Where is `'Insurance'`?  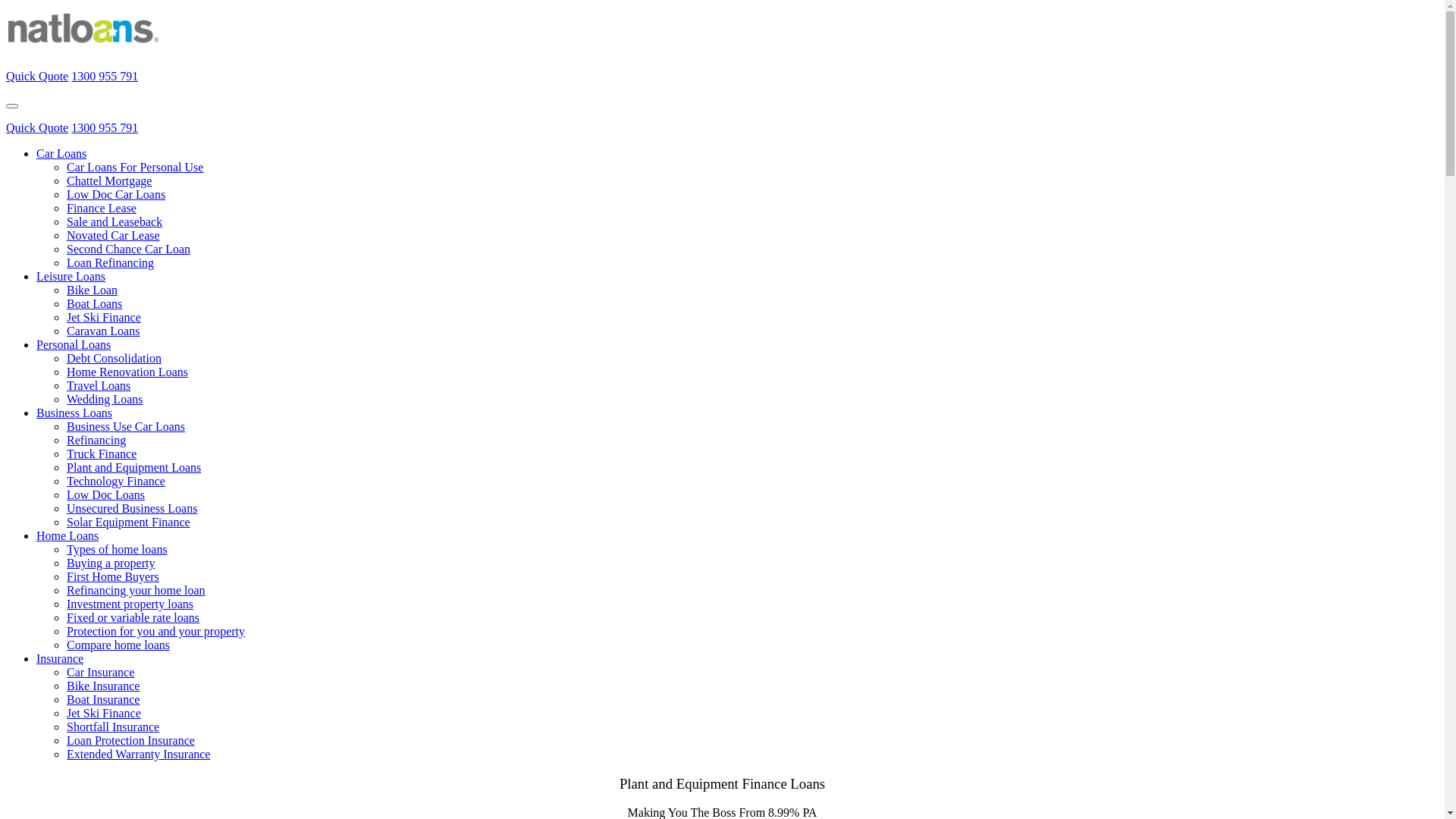 'Insurance' is located at coordinates (59, 657).